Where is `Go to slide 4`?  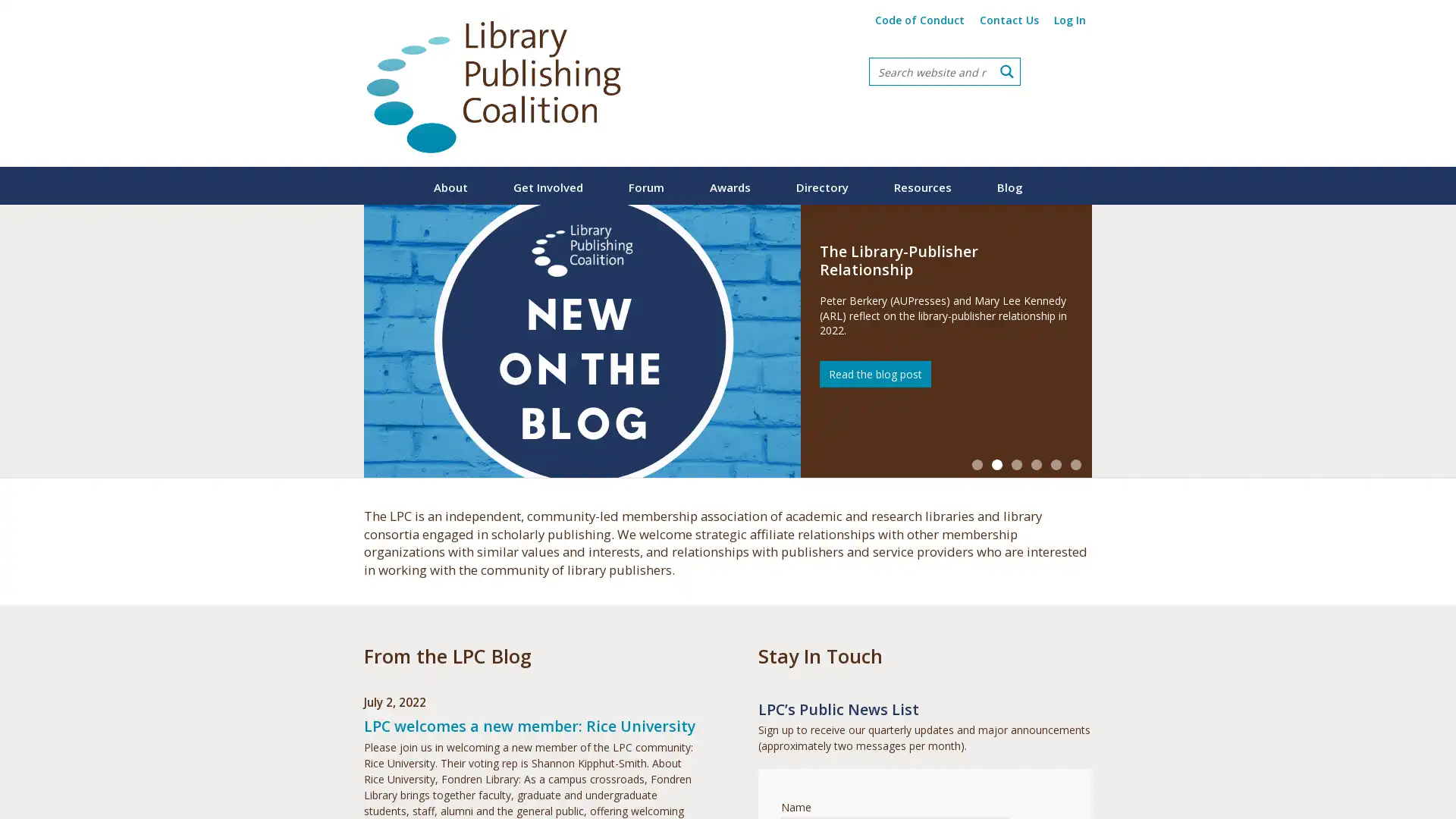
Go to slide 4 is located at coordinates (1036, 464).